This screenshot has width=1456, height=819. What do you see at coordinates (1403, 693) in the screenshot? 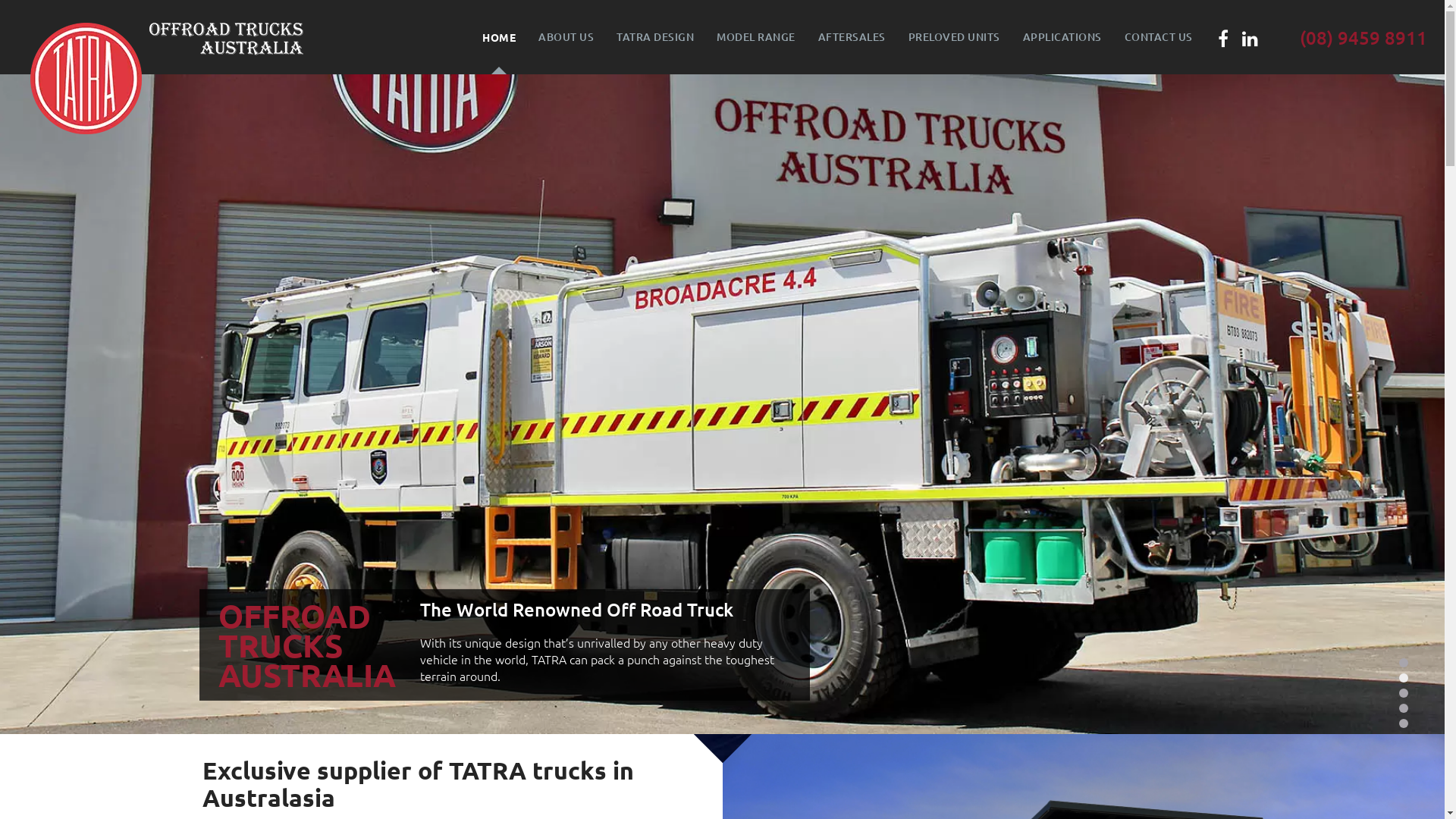
I see `'3'` at bounding box center [1403, 693].